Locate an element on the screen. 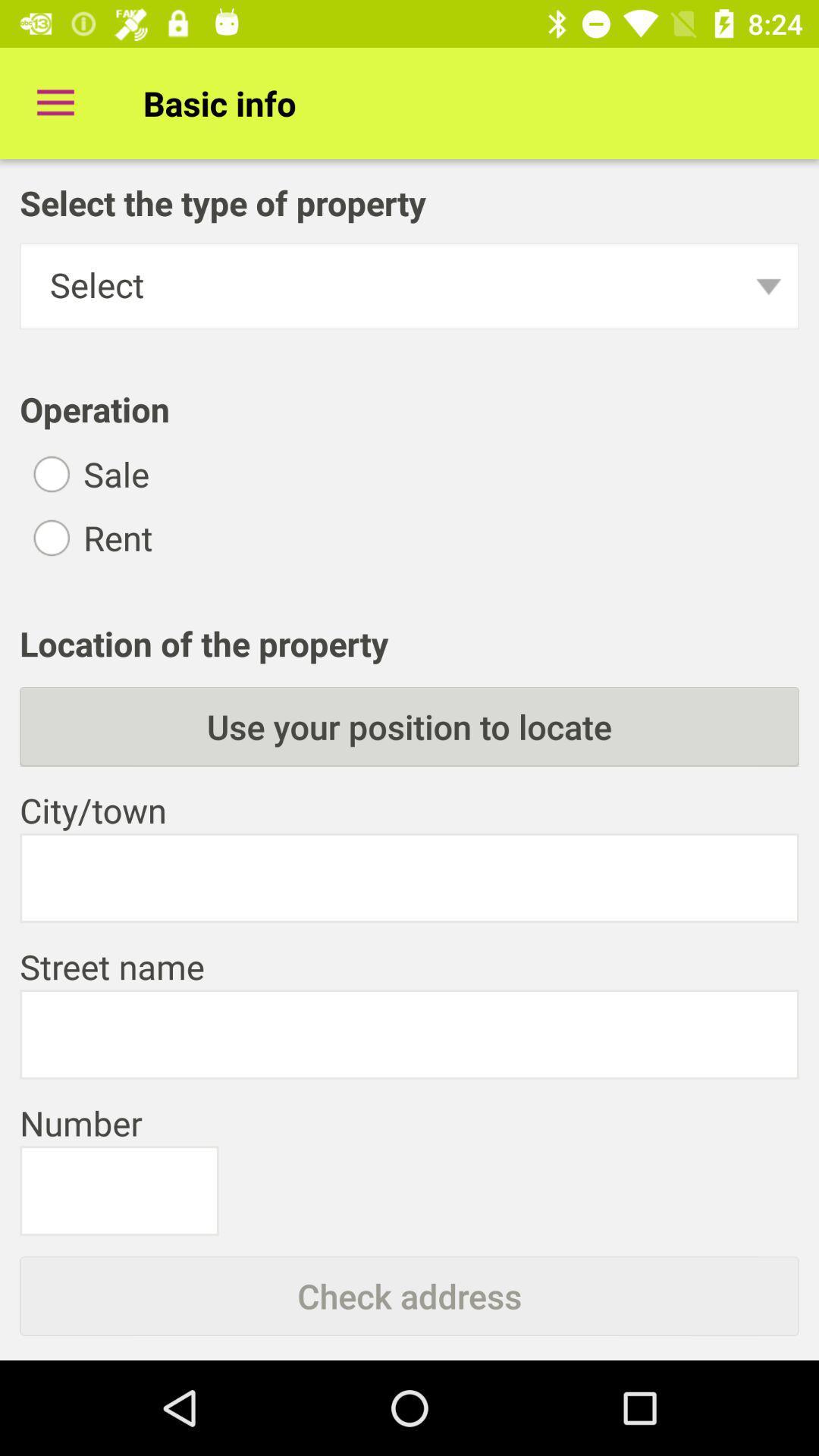 The height and width of the screenshot is (1456, 819). street name enter box is located at coordinates (409, 1034).